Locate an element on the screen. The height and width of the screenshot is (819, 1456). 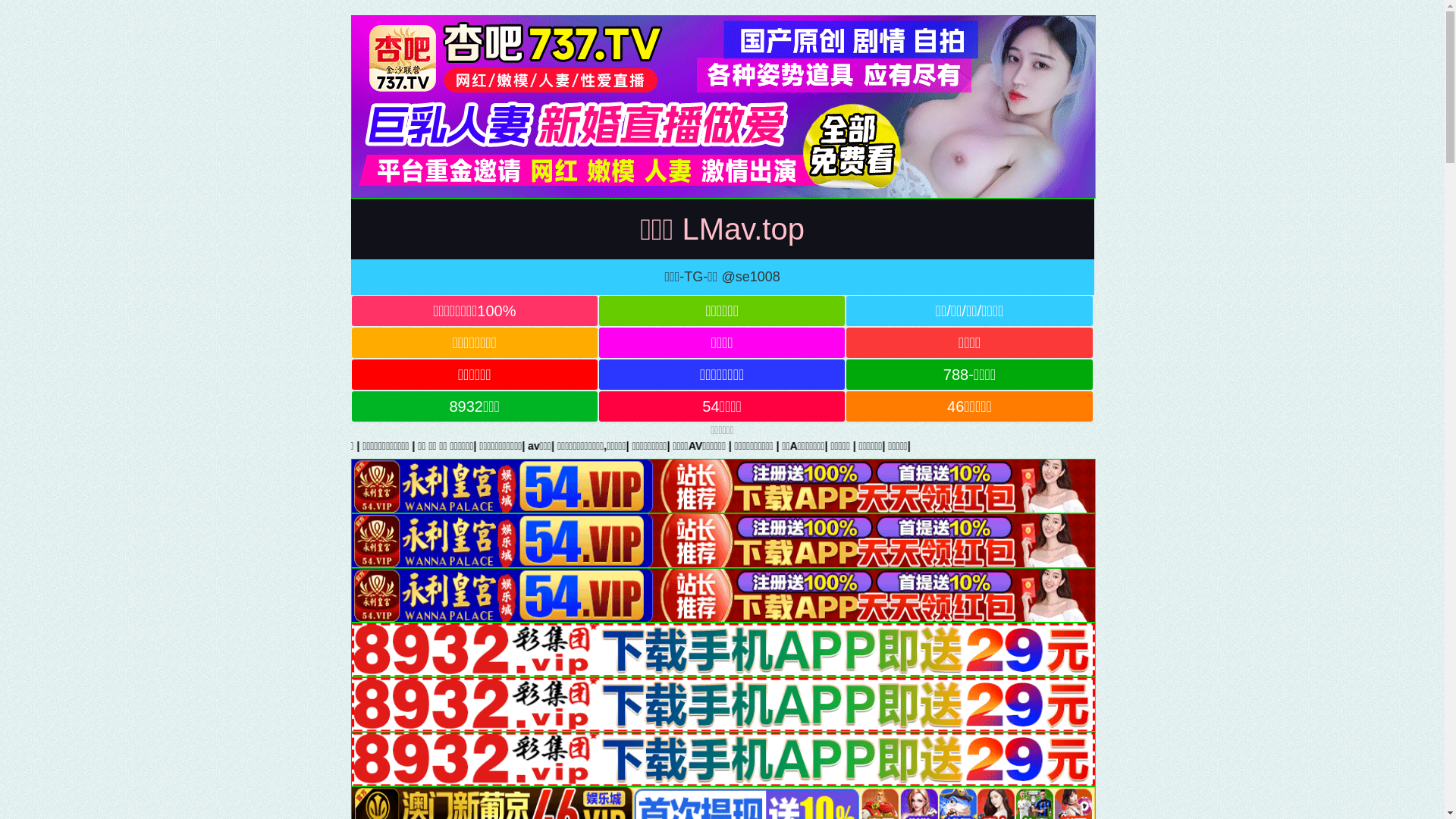
'|' is located at coordinates (782, 444).